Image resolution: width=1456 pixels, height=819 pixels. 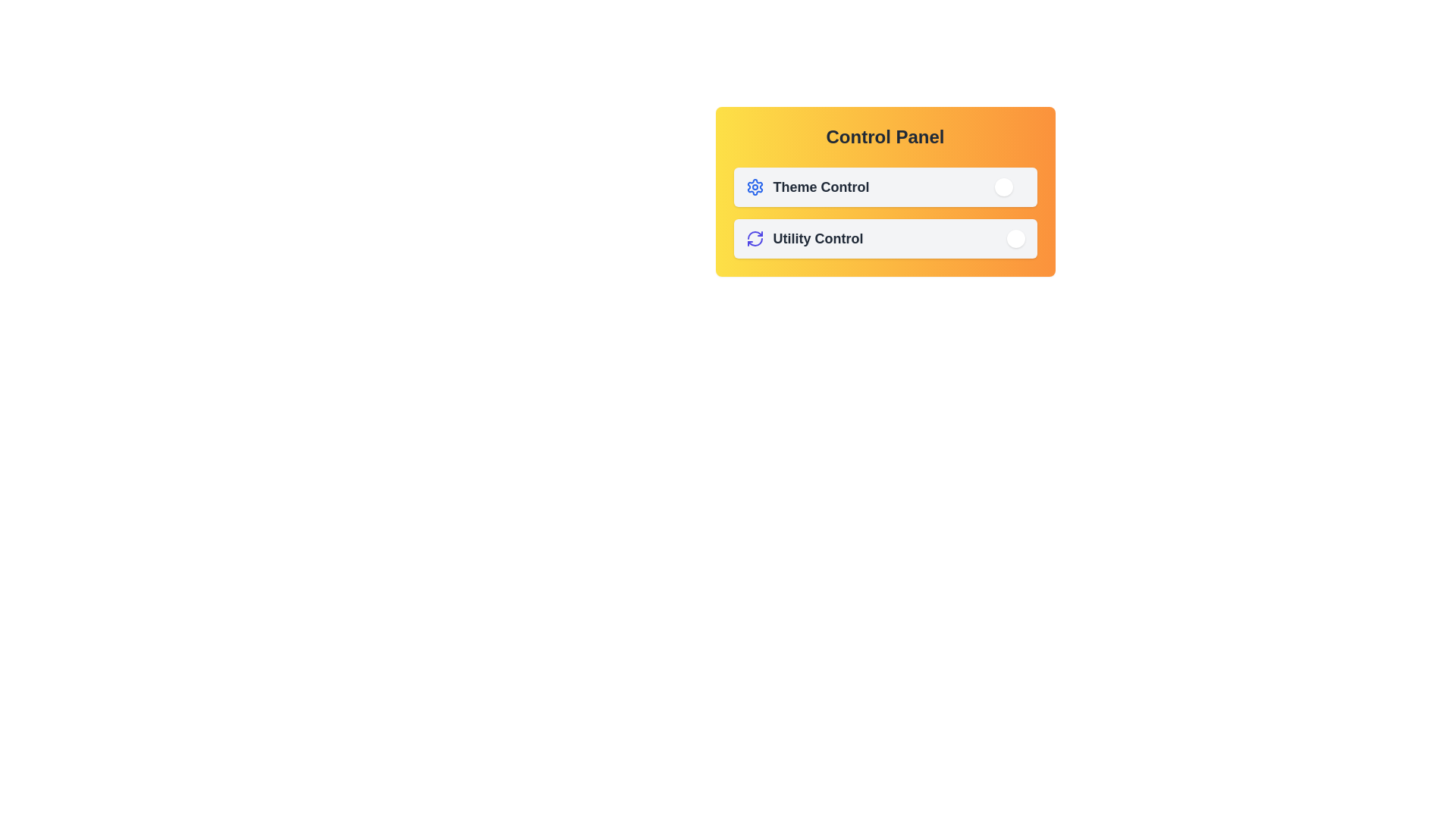 I want to click on the bold text label displaying 'Utility Control', so click(x=817, y=239).